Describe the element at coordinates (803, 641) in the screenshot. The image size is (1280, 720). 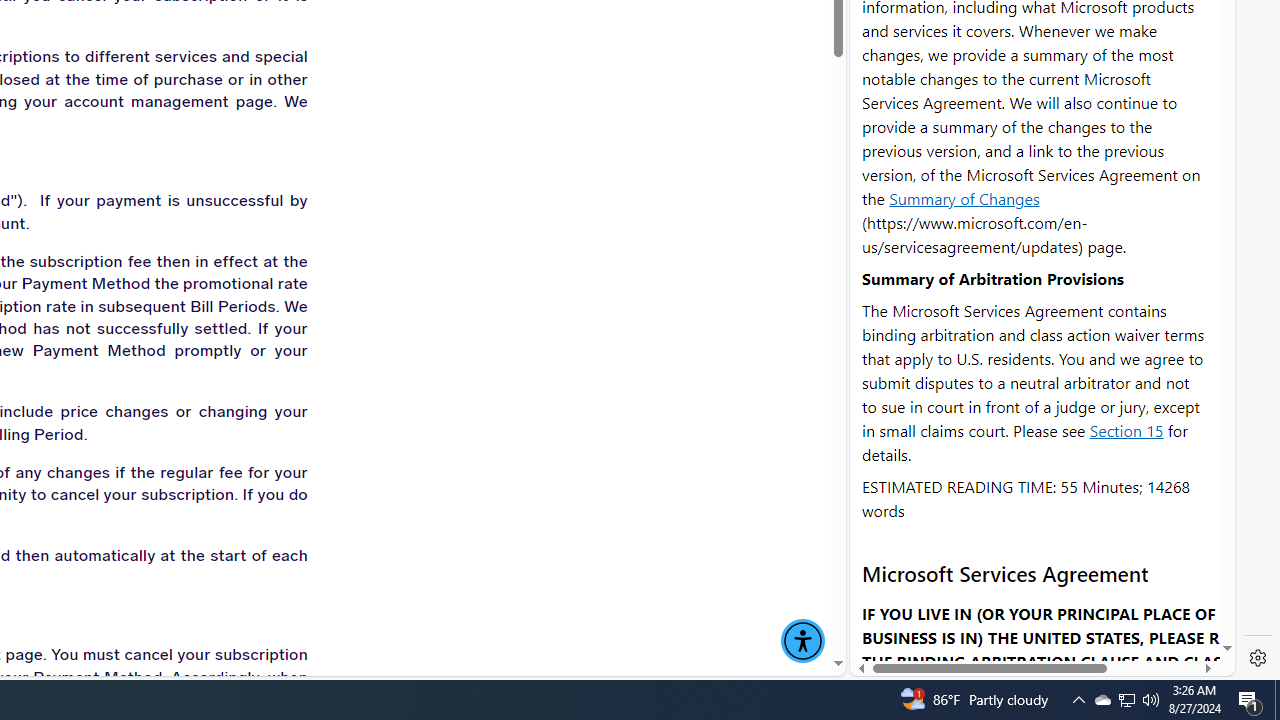
I see `'Accessibility Menu'` at that location.